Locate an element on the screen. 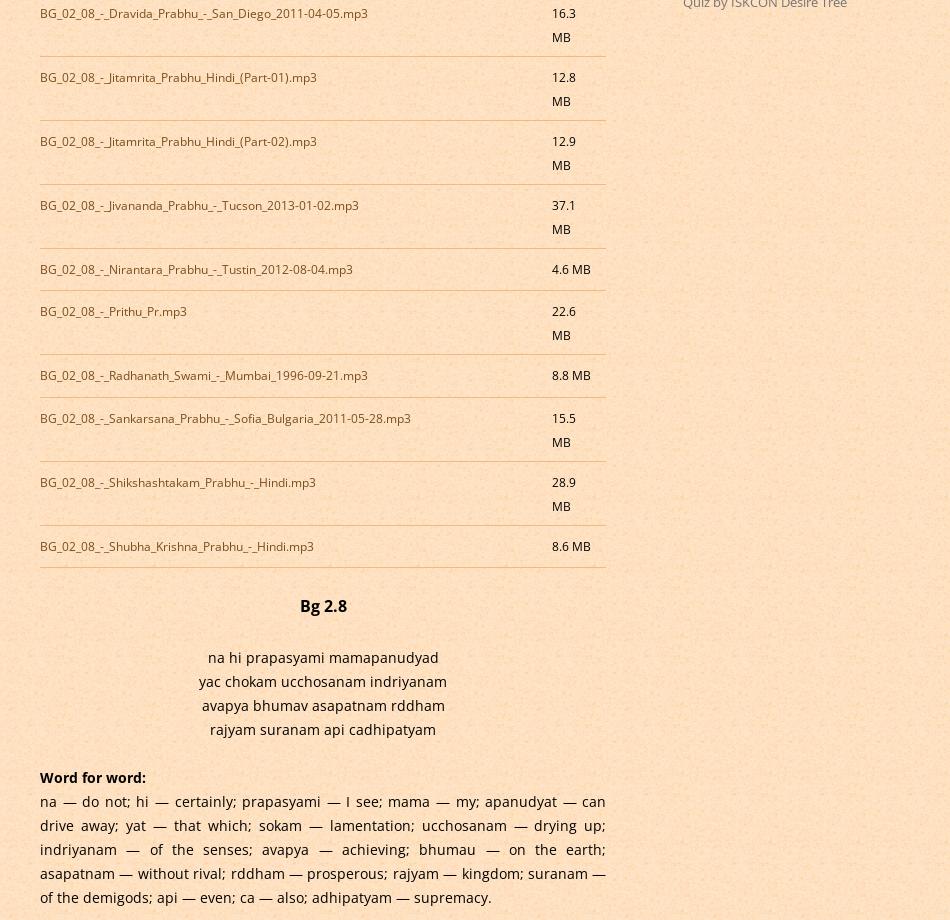 The image size is (950, 920). 'BG_02_08_-_Shikshashtakam_Prabhu_-_Hindi.mp3' is located at coordinates (176, 481).